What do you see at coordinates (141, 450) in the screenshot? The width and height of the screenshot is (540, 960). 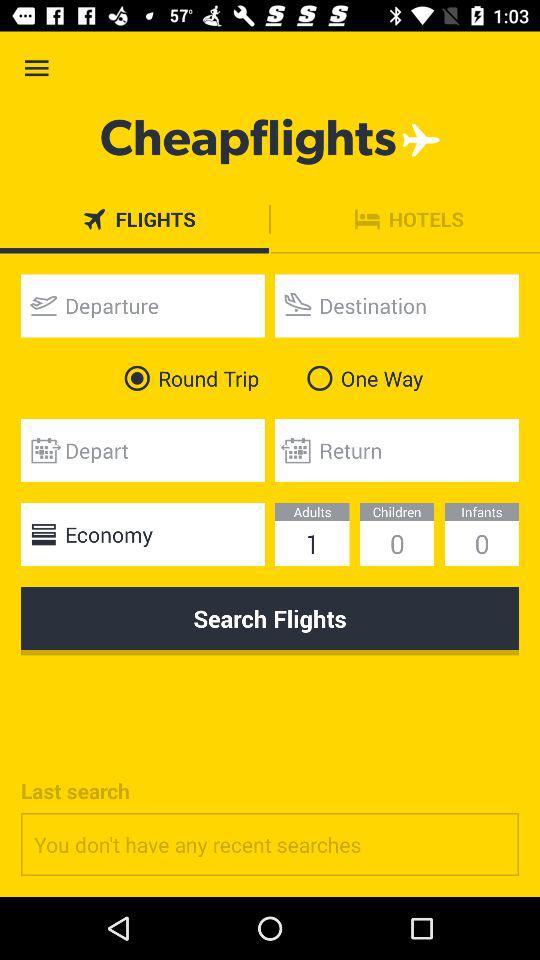 I see `date` at bounding box center [141, 450].